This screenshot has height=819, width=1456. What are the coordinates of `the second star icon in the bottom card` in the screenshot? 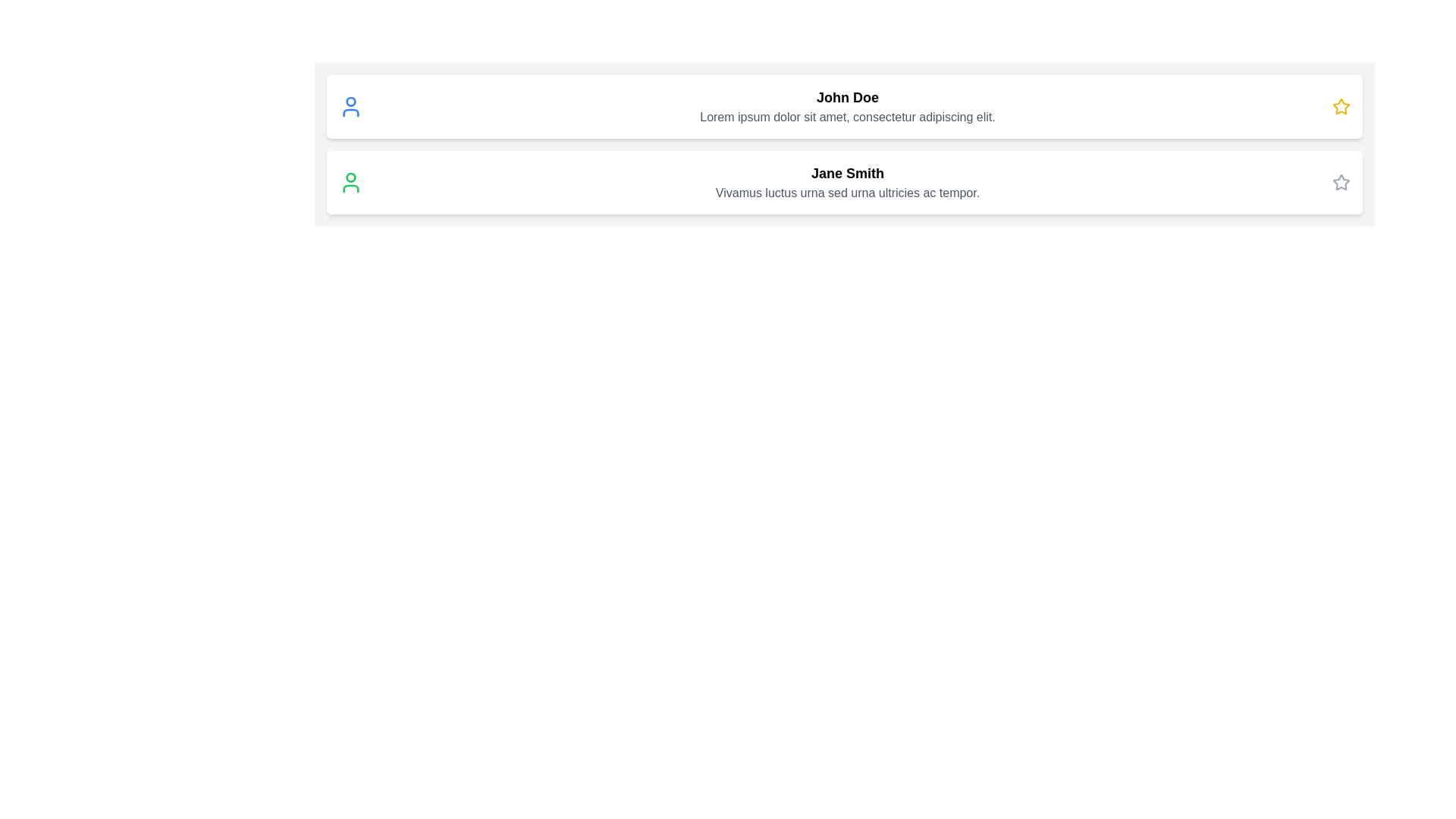 It's located at (1341, 181).